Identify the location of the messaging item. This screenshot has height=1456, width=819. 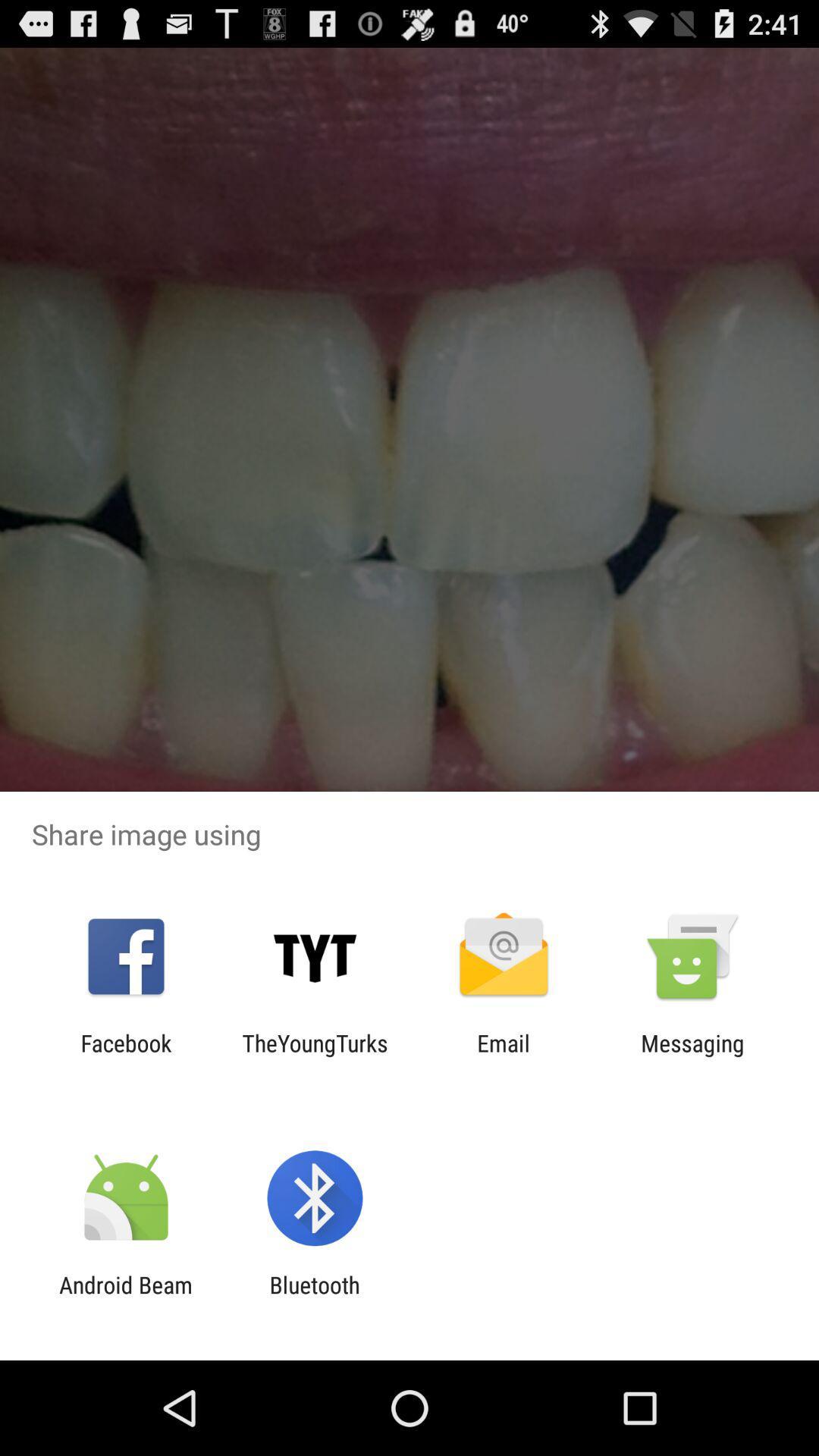
(692, 1056).